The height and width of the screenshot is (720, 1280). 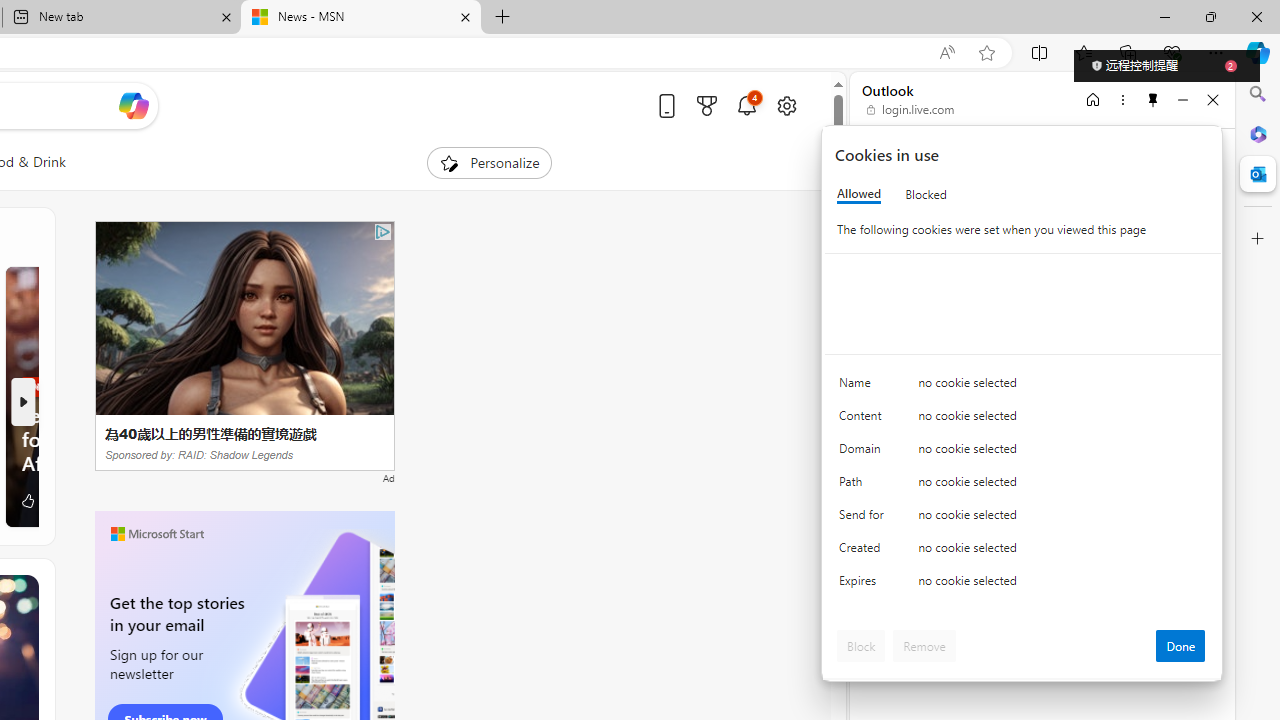 I want to click on 'Content', so click(x=865, y=419).